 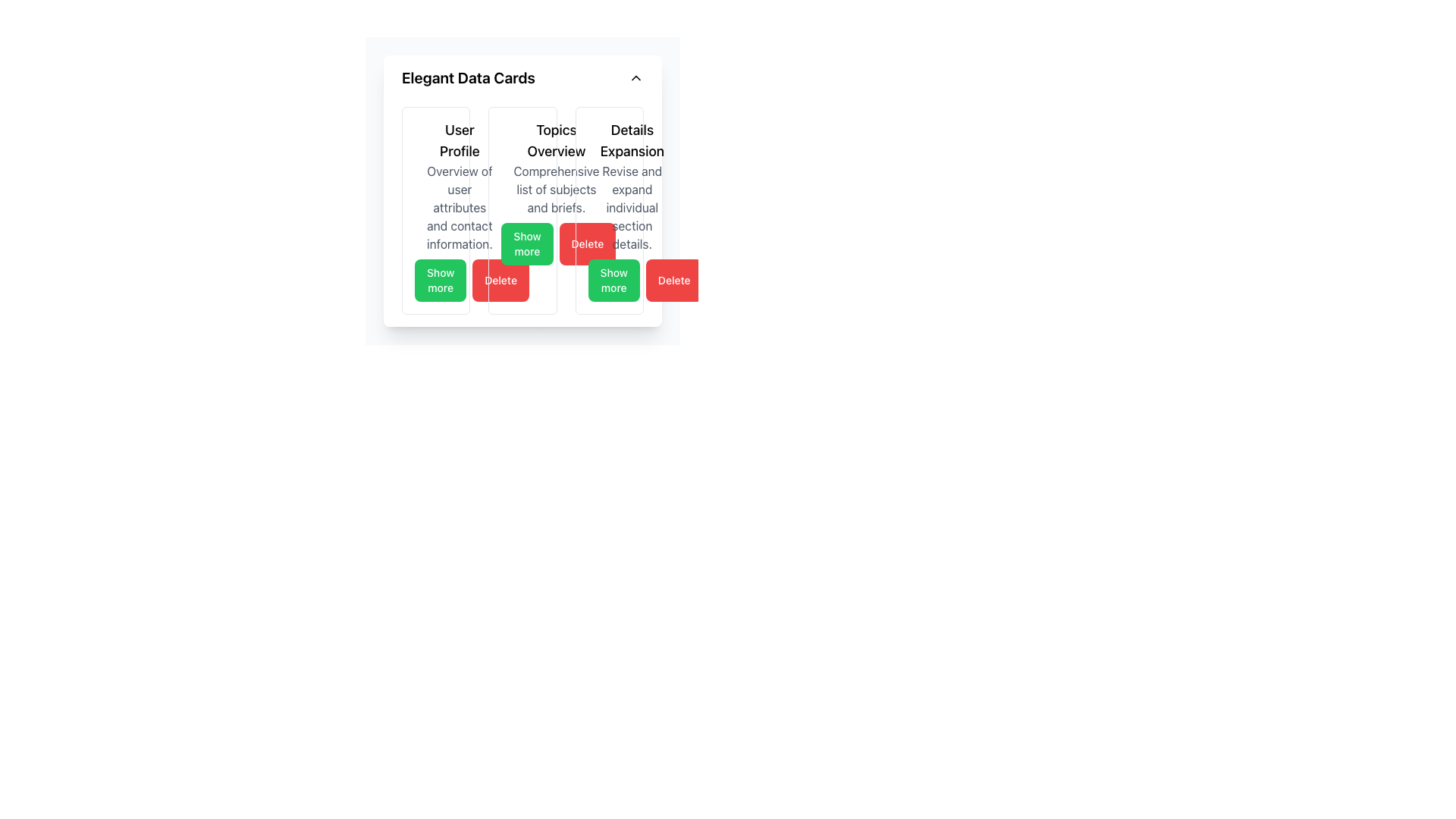 What do you see at coordinates (556, 140) in the screenshot?
I see `header text 'Topics Overview' located at the top-center of the card, which is visually bold and serves as the title for the related information` at bounding box center [556, 140].